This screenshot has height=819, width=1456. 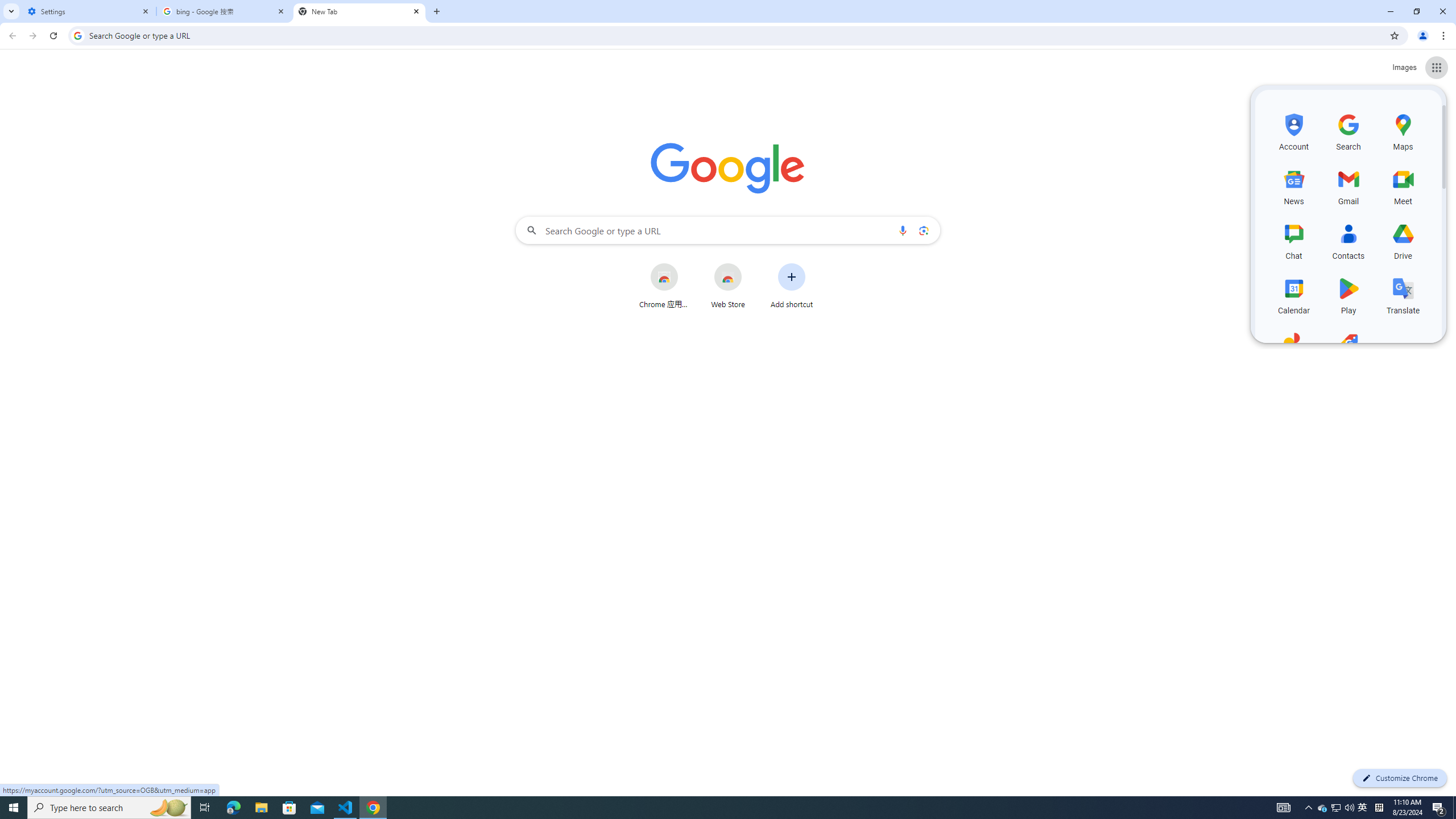 What do you see at coordinates (728, 230) in the screenshot?
I see `'Search Google or type a URL'` at bounding box center [728, 230].